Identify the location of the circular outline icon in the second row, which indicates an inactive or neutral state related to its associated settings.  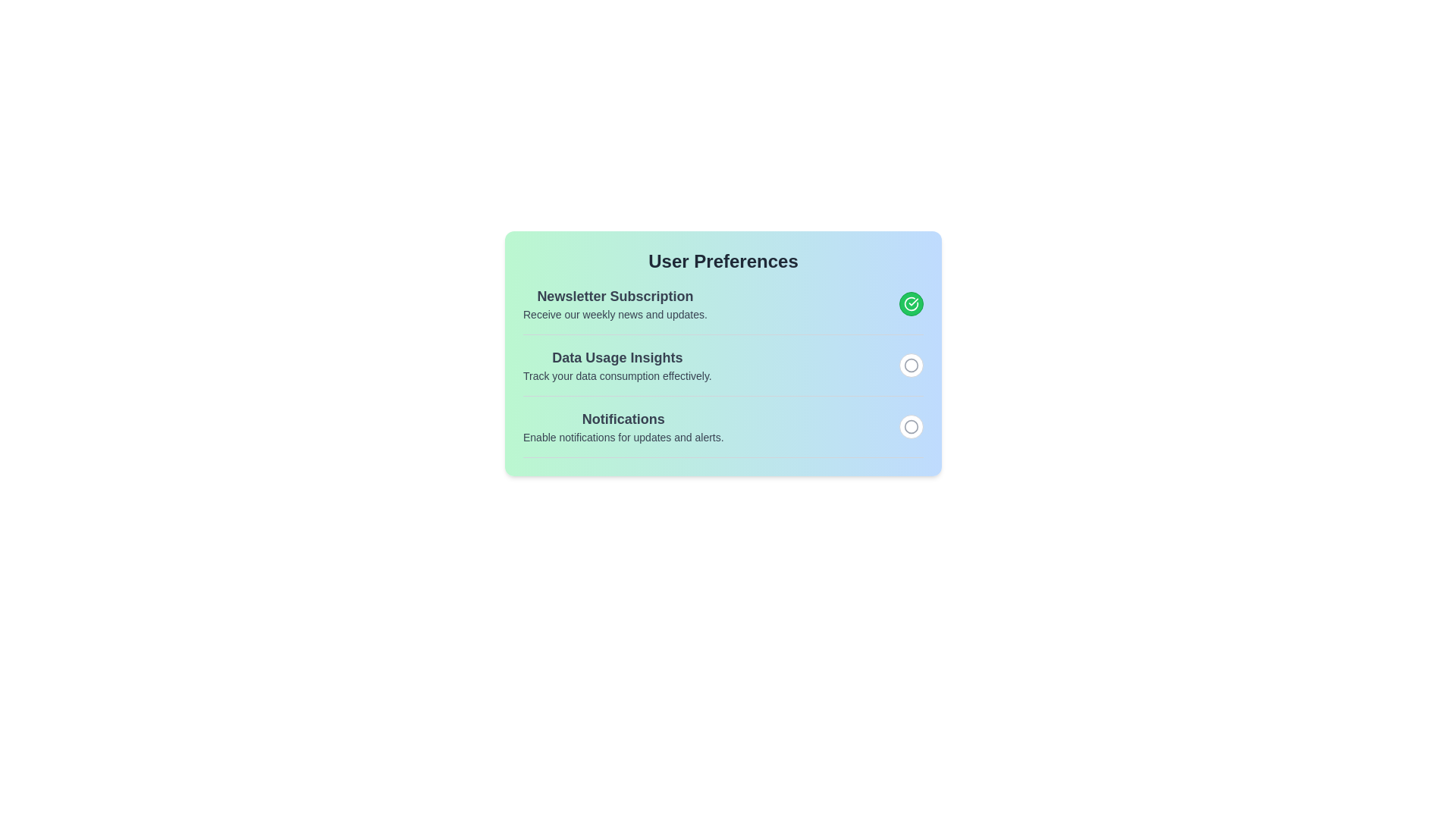
(910, 427).